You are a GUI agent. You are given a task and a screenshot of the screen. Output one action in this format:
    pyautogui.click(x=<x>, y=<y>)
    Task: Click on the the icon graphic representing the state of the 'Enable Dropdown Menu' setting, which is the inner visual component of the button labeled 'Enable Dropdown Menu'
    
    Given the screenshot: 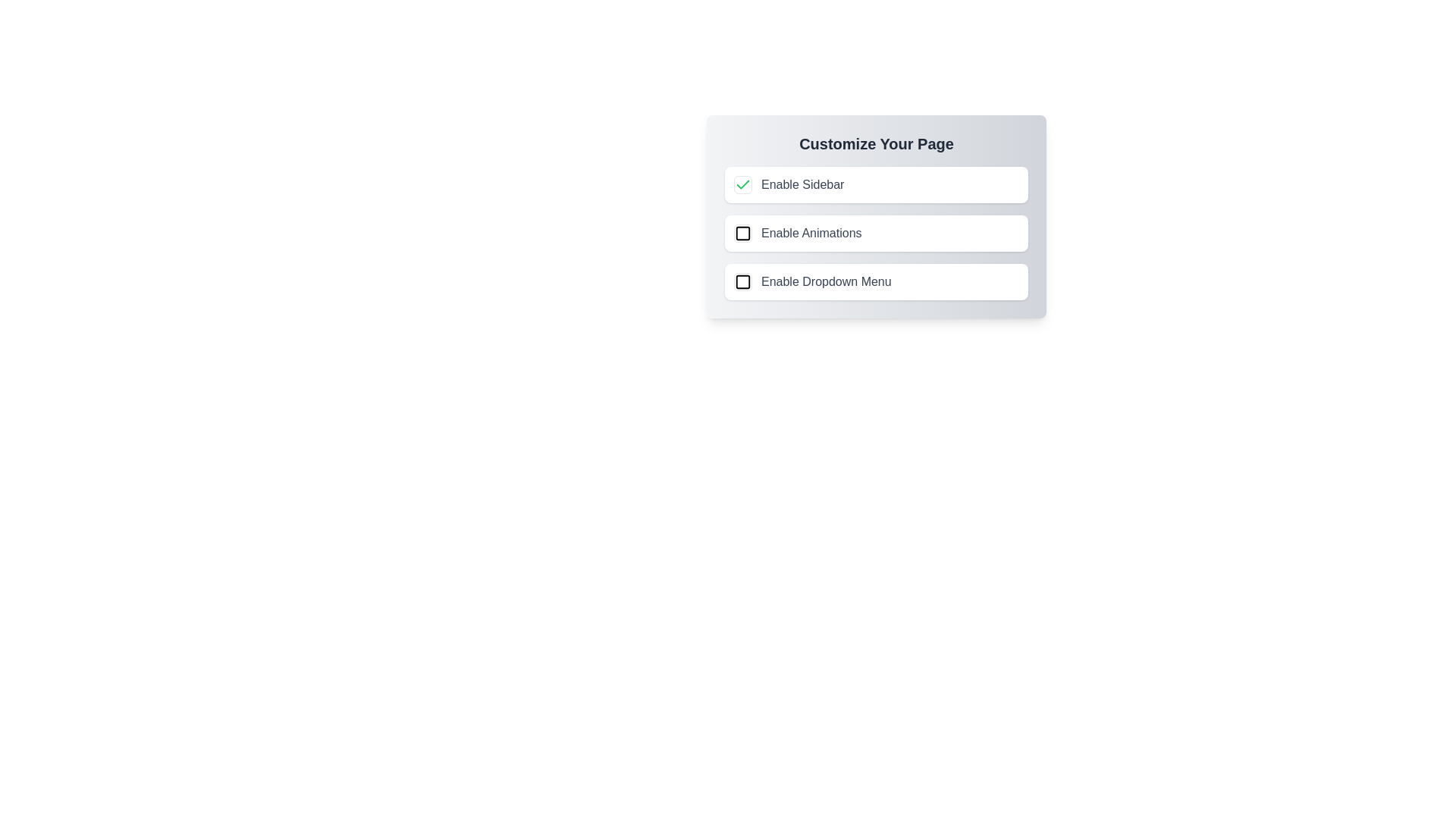 What is the action you would take?
    pyautogui.click(x=742, y=281)
    